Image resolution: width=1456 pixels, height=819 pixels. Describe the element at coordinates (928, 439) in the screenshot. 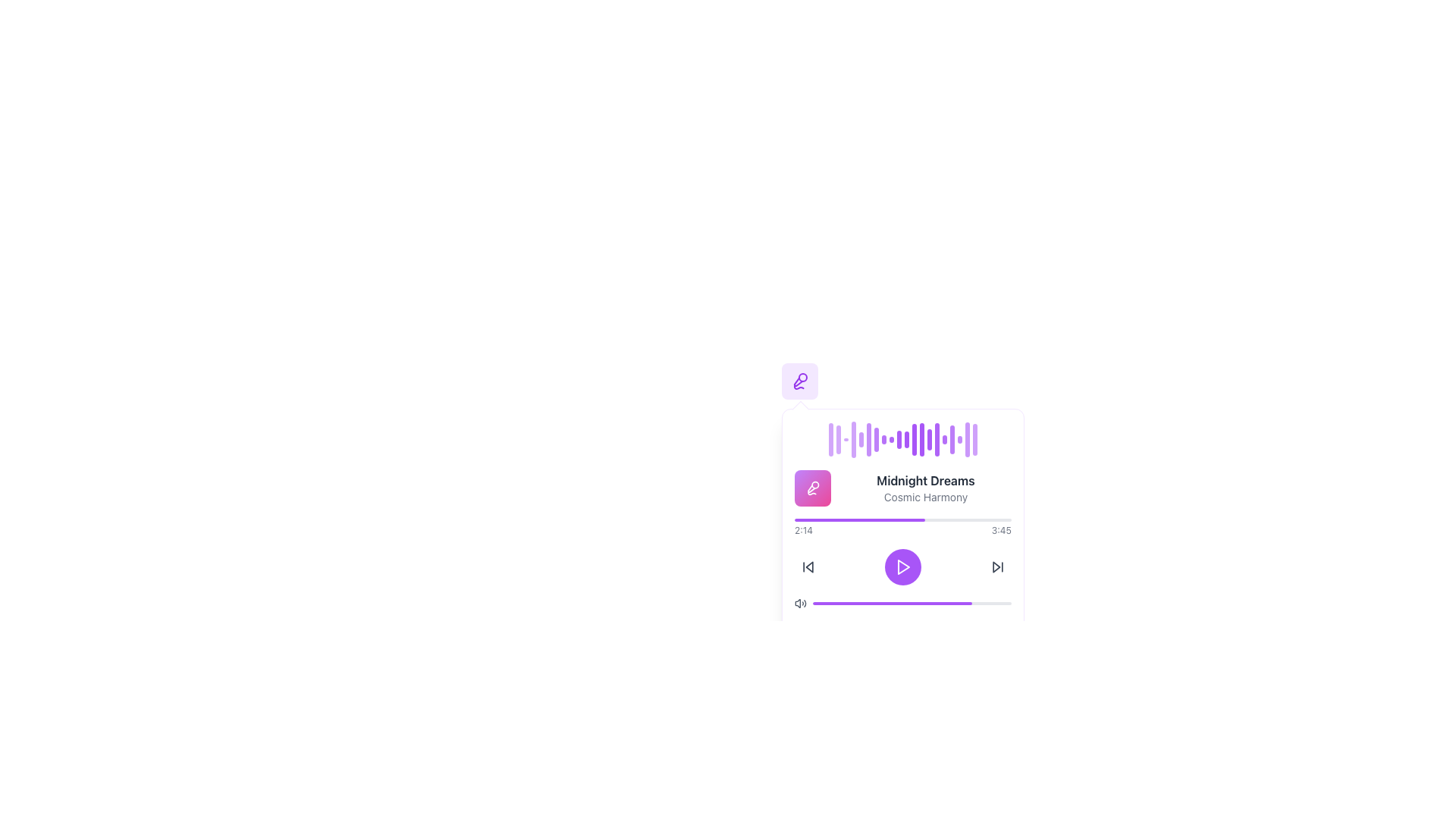

I see `the 14th purple waveform bar, which is part of a group of 20 bars representing a visual audio waveform in a media player interface` at that location.